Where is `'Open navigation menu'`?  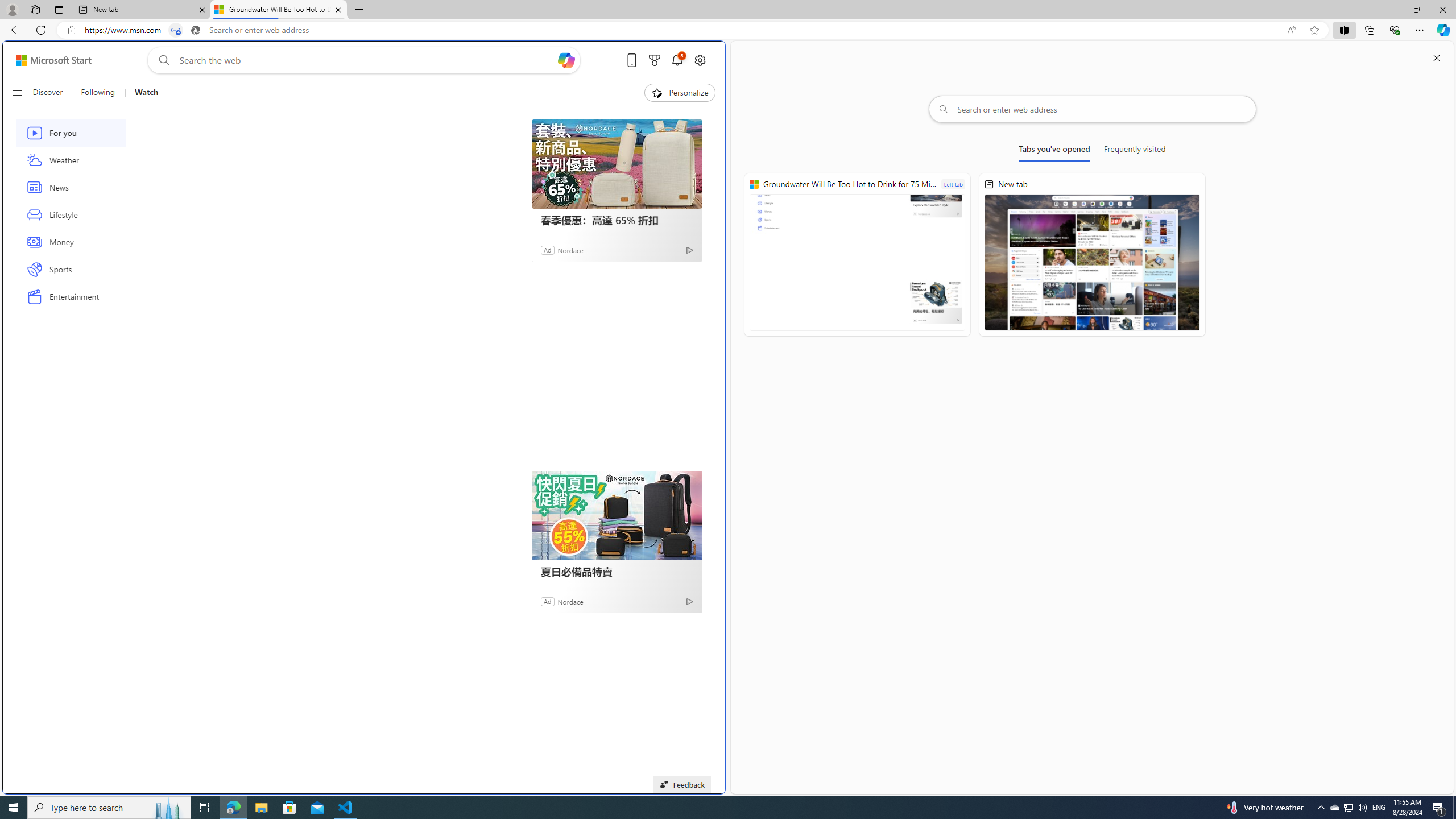 'Open navigation menu' is located at coordinates (16, 92).